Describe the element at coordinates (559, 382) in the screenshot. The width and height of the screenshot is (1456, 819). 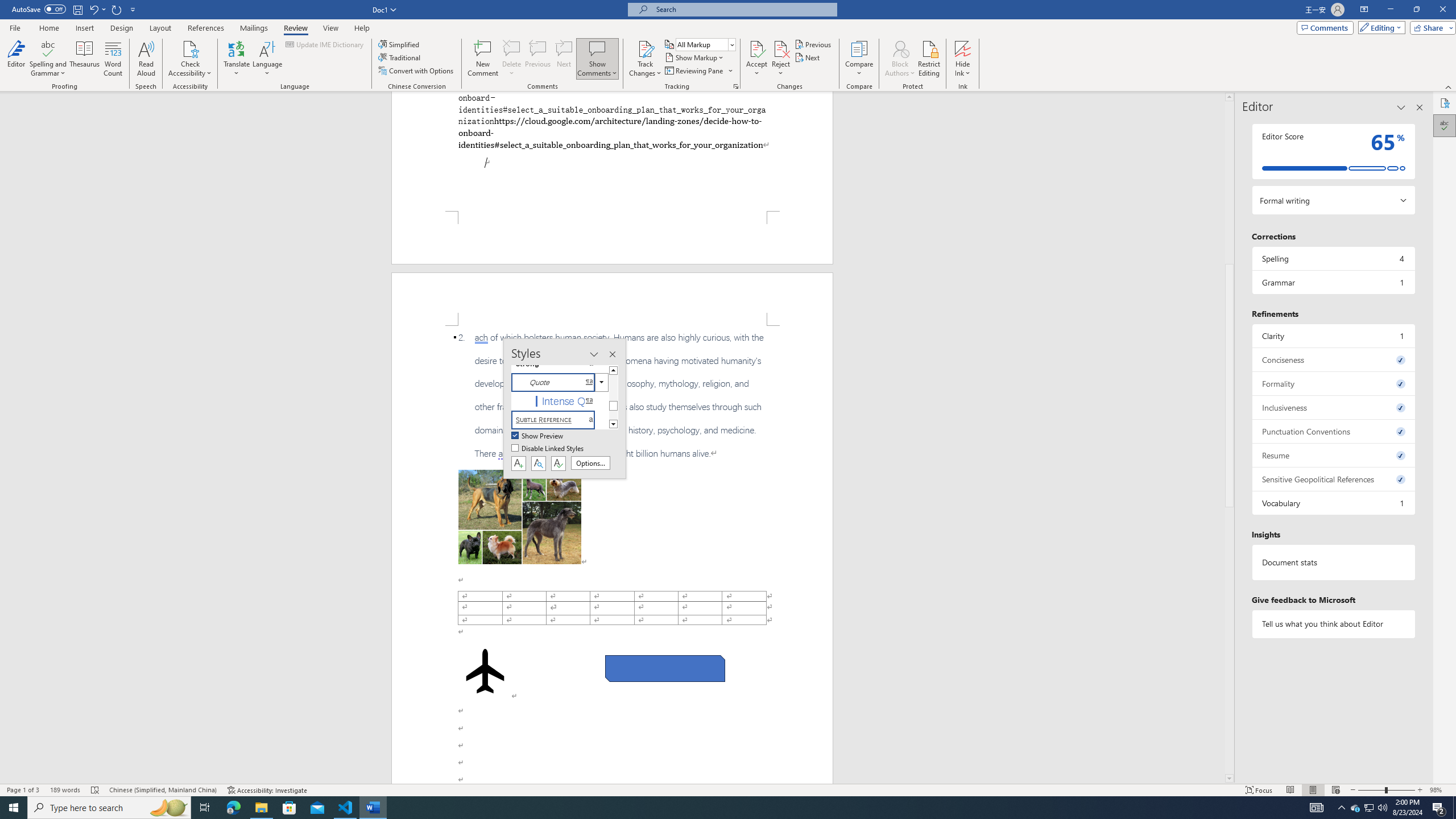
I see `'Quote'` at that location.